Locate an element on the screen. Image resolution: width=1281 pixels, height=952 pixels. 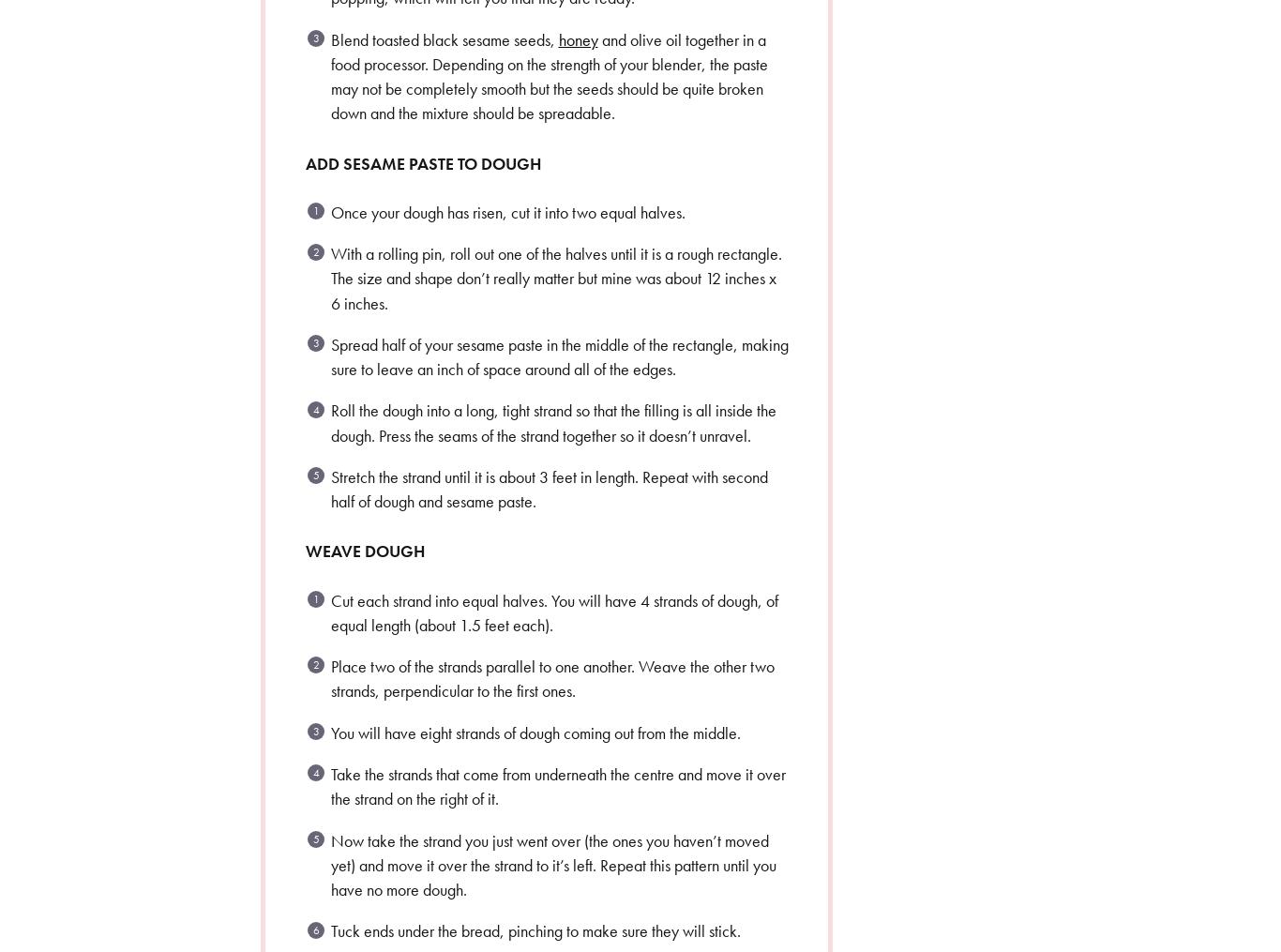
'and olive oil together in a food processor. Depending on the strength of your blender, the paste may not be completely smooth but the seeds should be quite broken down and the mixture should be spreadable.' is located at coordinates (329, 75).